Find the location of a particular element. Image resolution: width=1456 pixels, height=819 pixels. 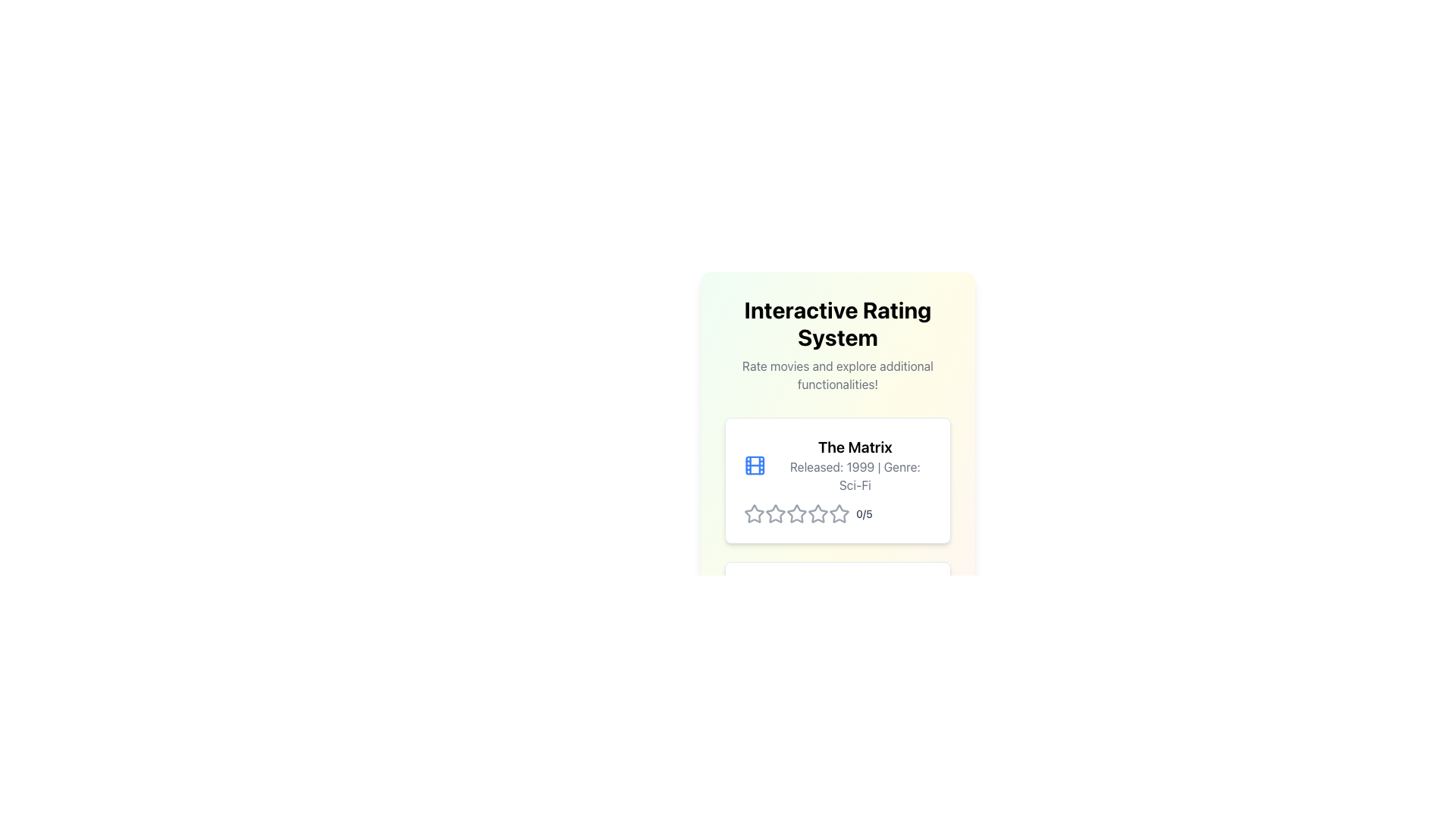

the fourth star-shaped SVG icon in the rating row below the movie title 'The Matrix' to rate the movie with 4 stars is located at coordinates (839, 513).